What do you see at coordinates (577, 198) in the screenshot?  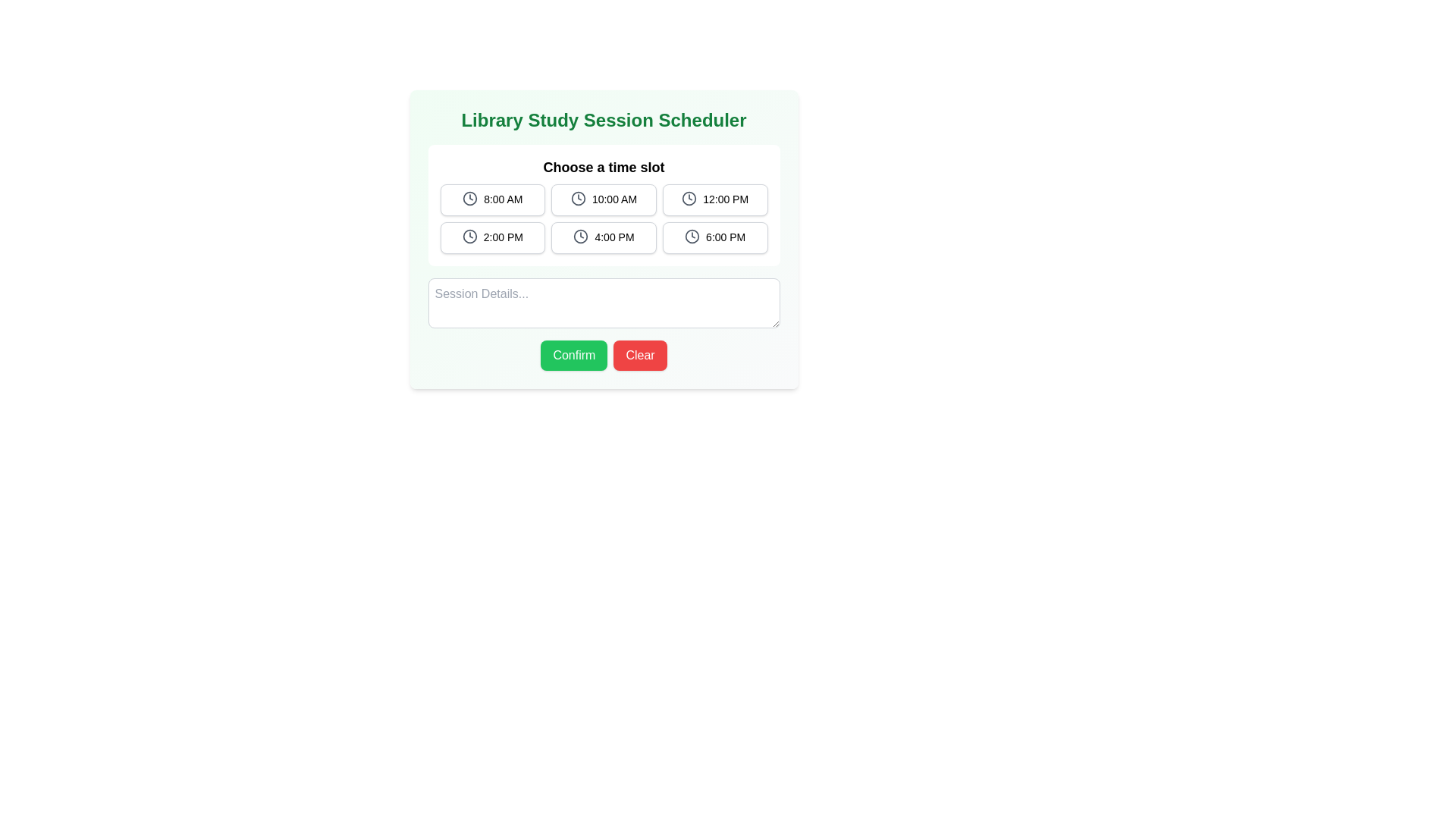 I see `the stroke-style circle within the SVG graphic that is part of the clock icon next to the '10:00 AM' time slot in the scheduler interface` at bounding box center [577, 198].